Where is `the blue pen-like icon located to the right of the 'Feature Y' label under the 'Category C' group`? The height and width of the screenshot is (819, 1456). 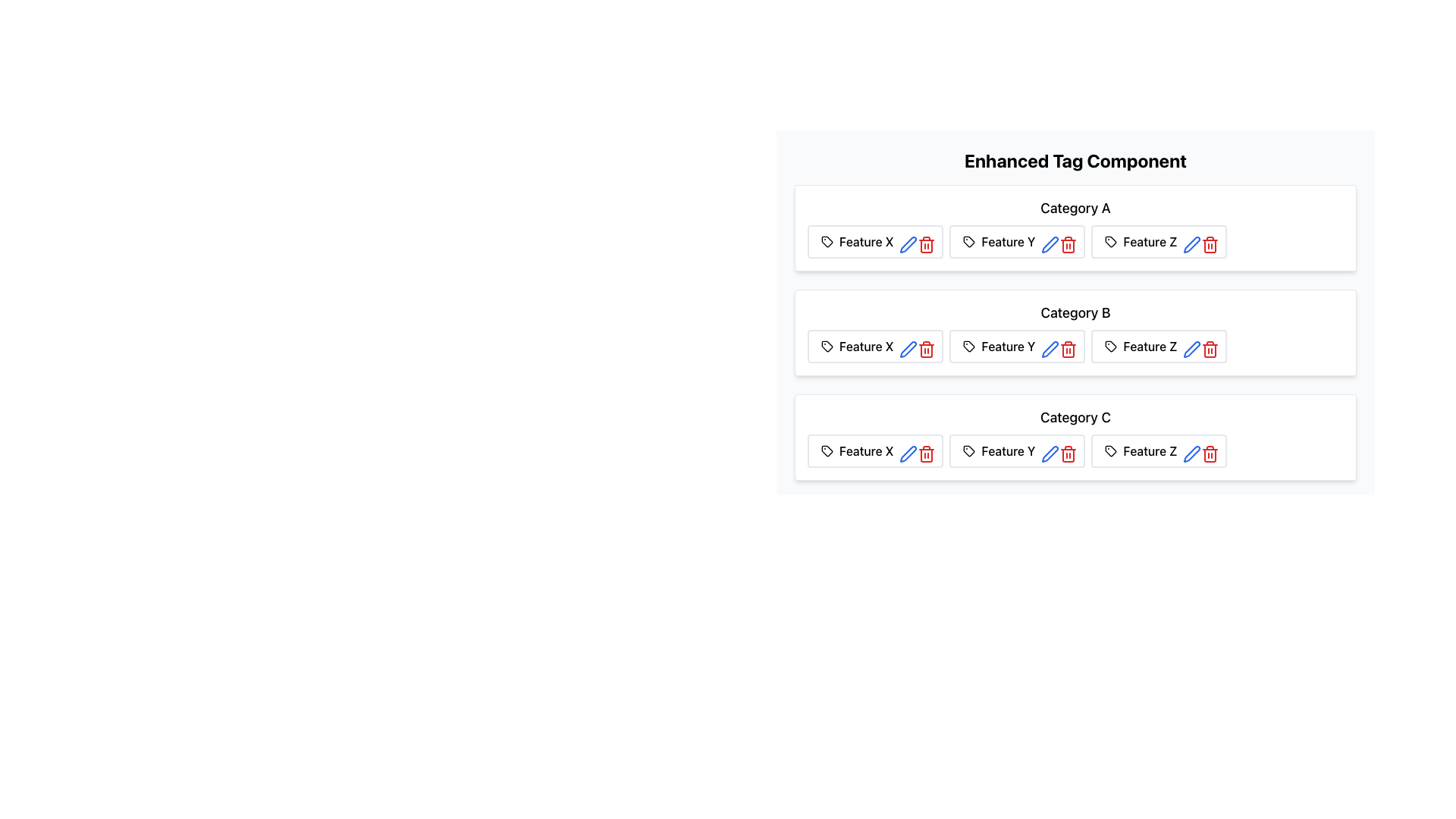
the blue pen-like icon located to the right of the 'Feature Y' label under the 'Category C' group is located at coordinates (1050, 453).